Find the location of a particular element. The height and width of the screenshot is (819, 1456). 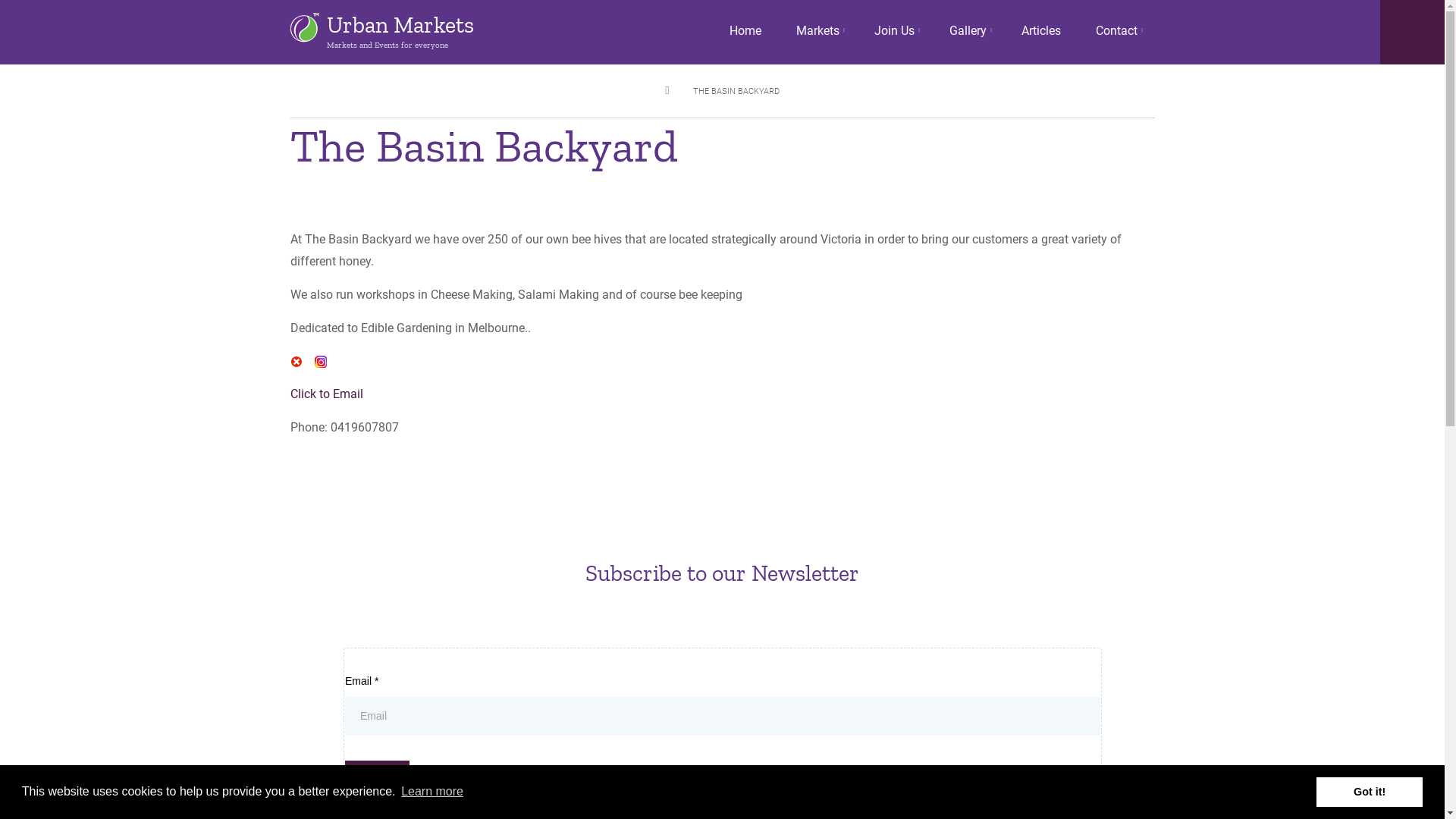

'Articles' is located at coordinates (1040, 31).